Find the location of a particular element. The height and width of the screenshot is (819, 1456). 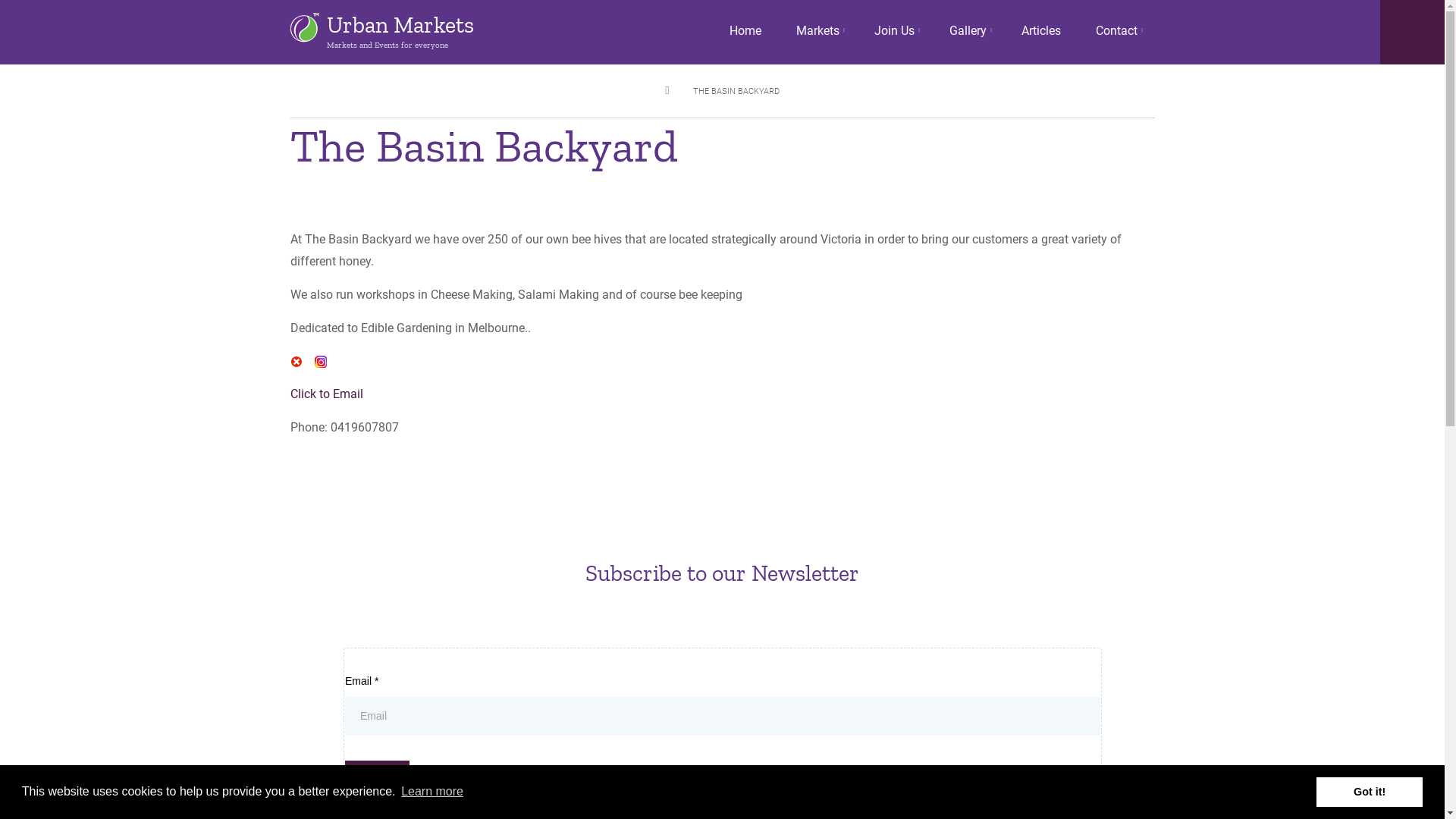

'Articles' is located at coordinates (1040, 31).